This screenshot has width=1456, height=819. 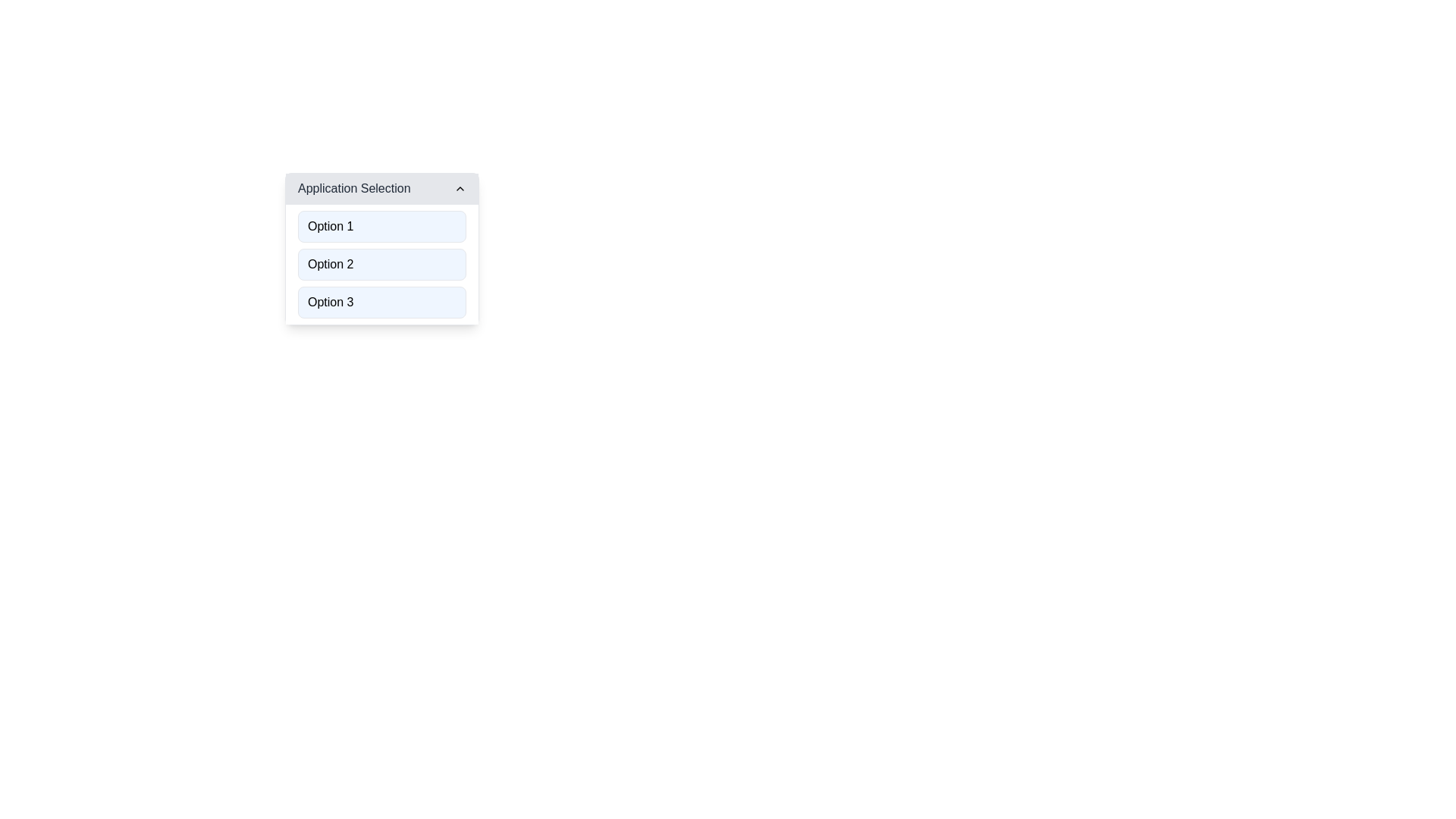 What do you see at coordinates (382, 263) in the screenshot?
I see `the second selectable option in the 'Application Selection' dropdown` at bounding box center [382, 263].